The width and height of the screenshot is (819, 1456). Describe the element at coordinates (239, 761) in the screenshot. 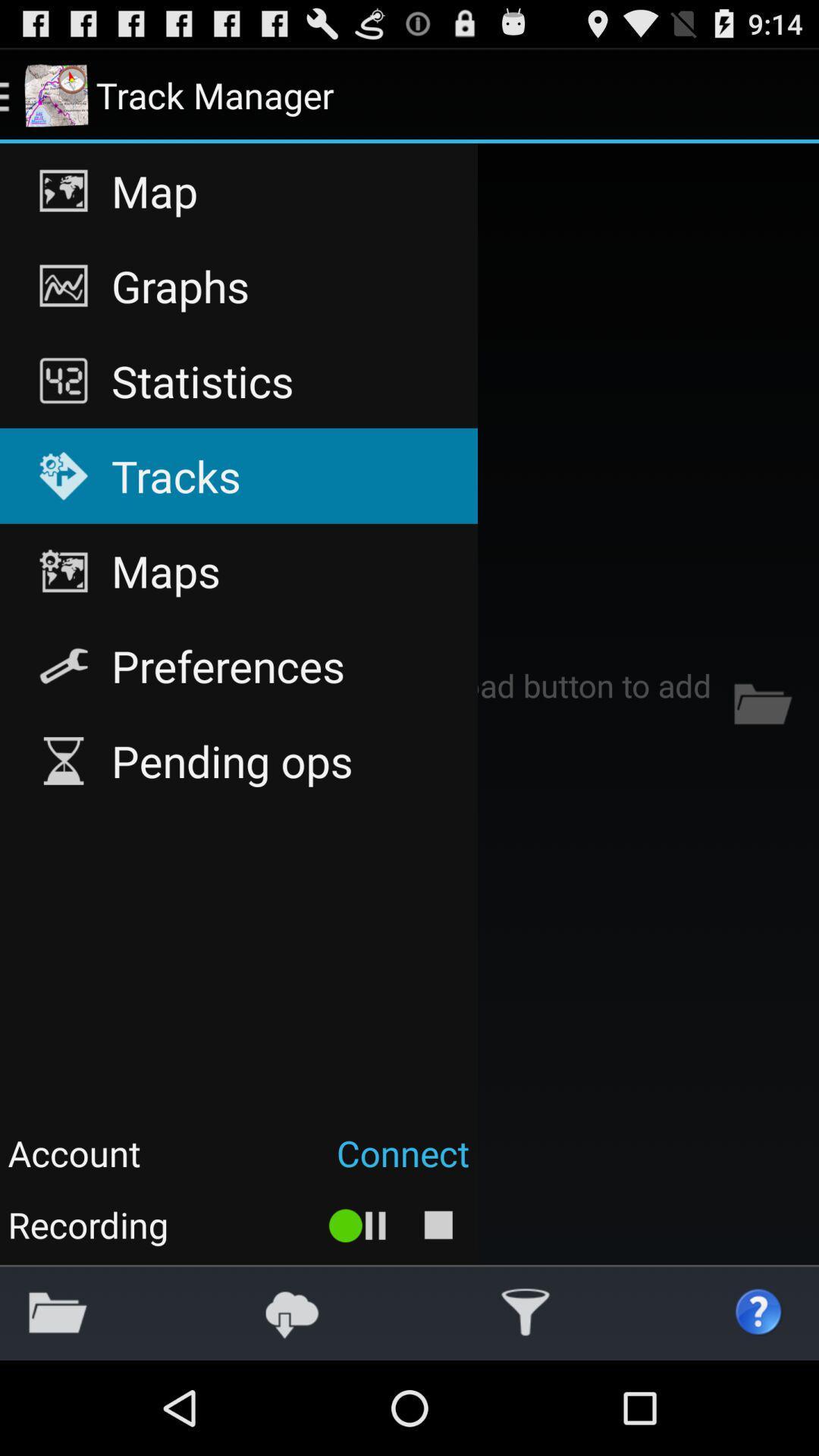

I see `item above the account item` at that location.